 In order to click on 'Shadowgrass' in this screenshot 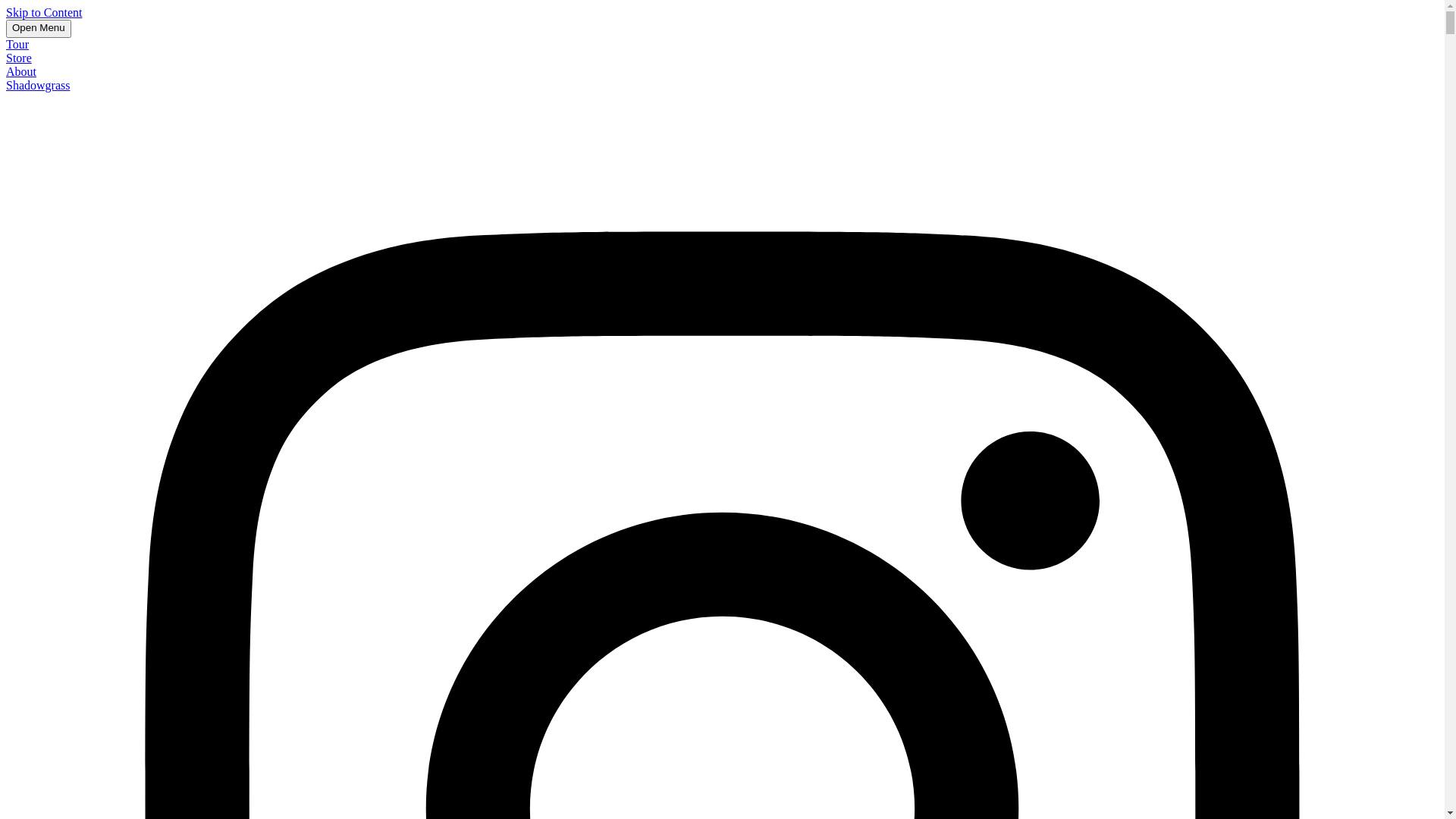, I will do `click(6, 85)`.